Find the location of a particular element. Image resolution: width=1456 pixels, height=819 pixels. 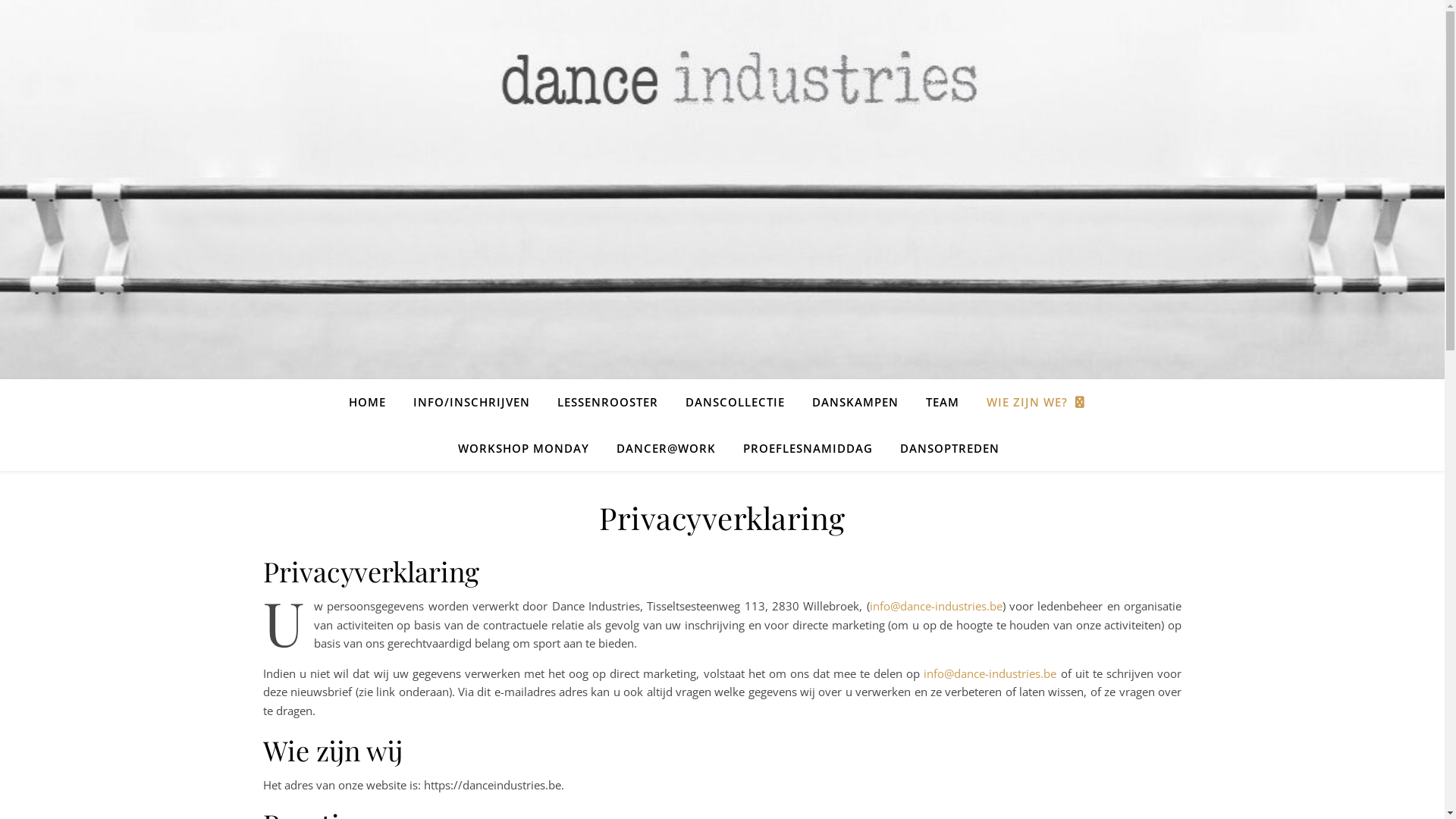

'HOME' is located at coordinates (348, 400).